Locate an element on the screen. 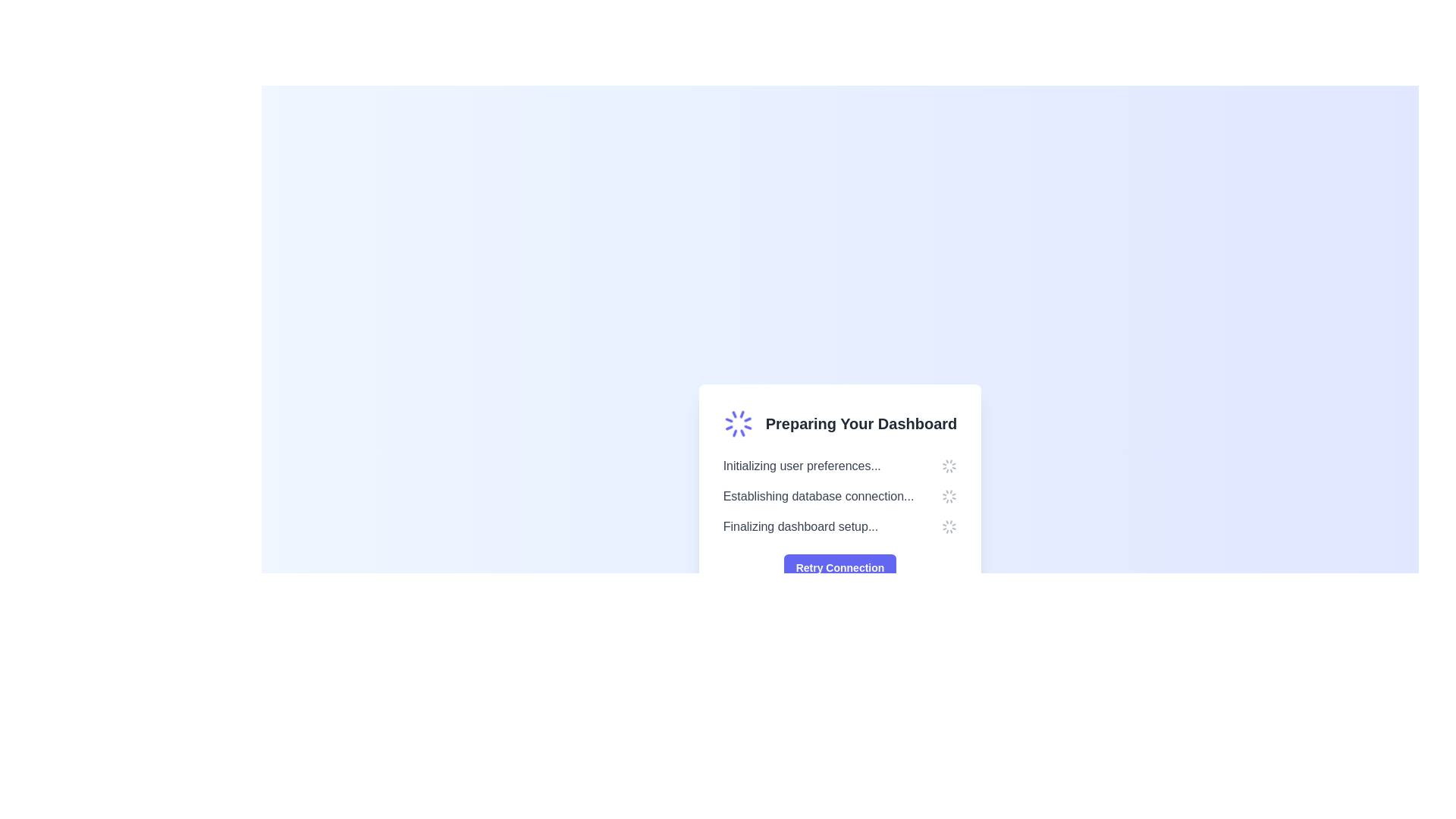 The height and width of the screenshot is (819, 1456). the circular loading spinner icon that indicates a loading state, positioned to the far right of the text 'Finalizing dashboard setup...' is located at coordinates (949, 526).